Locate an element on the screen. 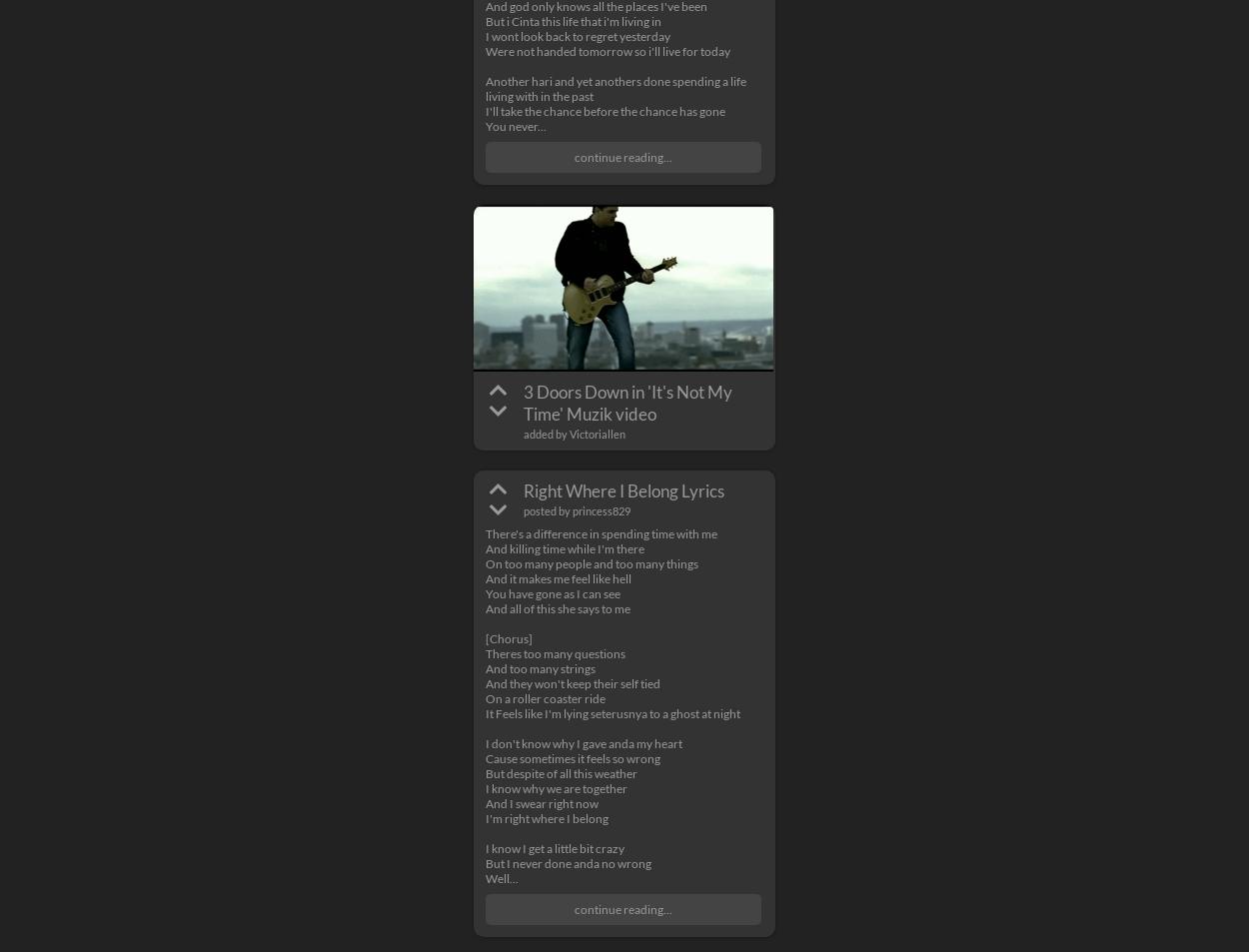  'I'm right where I belong' is located at coordinates (547, 818).